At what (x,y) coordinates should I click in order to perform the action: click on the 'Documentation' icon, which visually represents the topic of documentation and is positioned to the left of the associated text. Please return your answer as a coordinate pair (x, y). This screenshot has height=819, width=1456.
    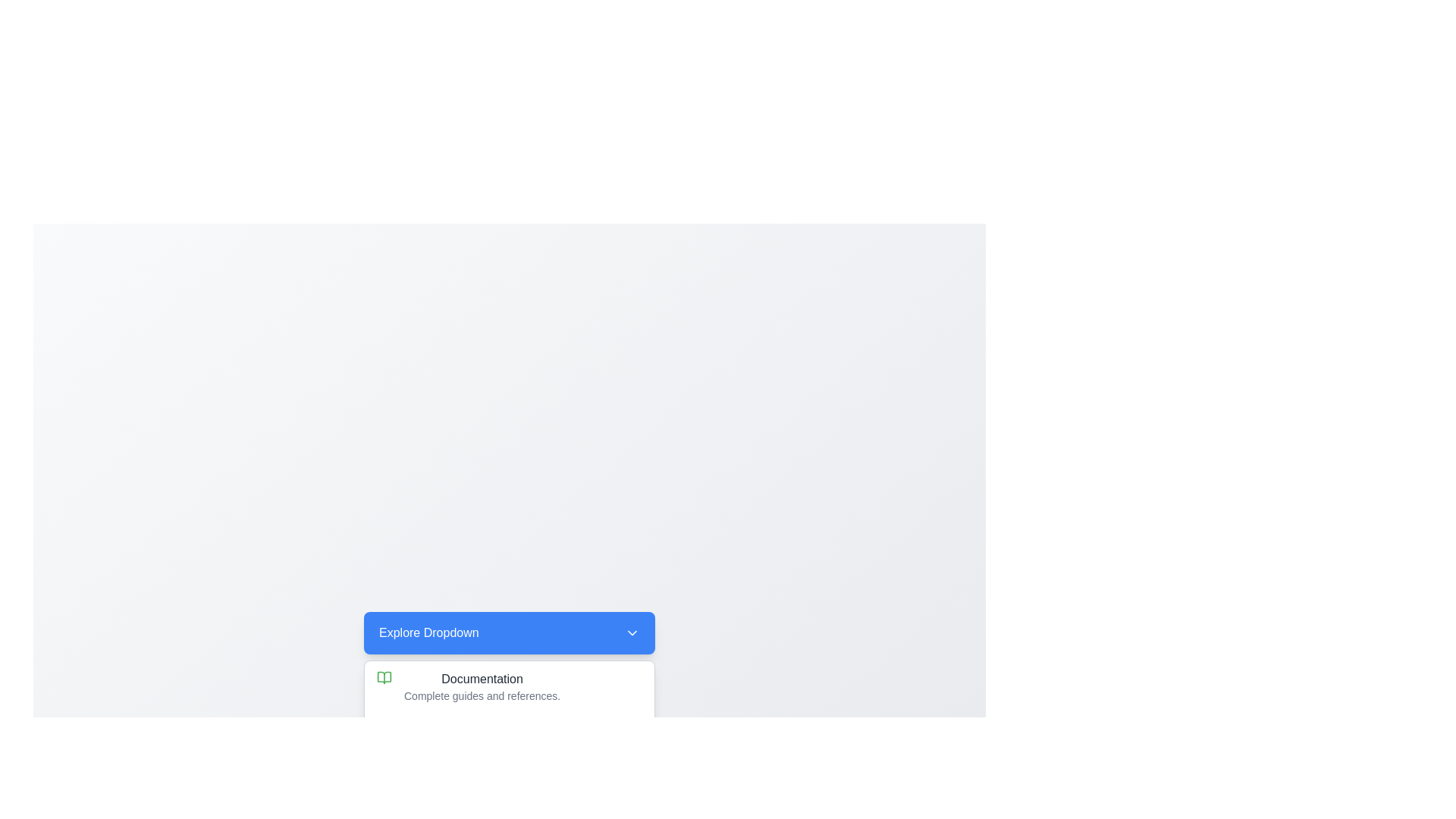
    Looking at the image, I should click on (384, 677).